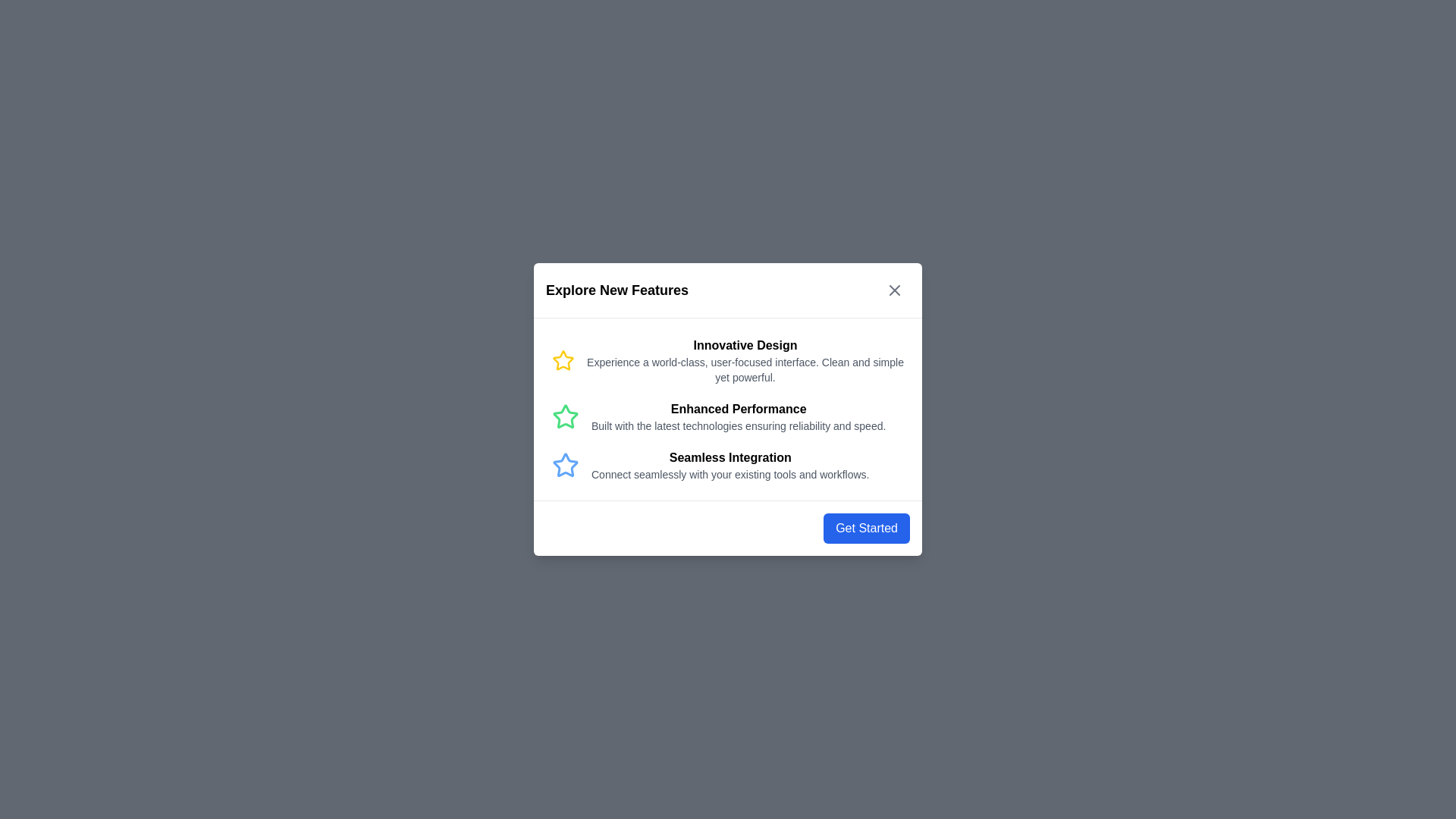  I want to click on the text label 'Innovative Design' styled in bold black font within the dialog box titled 'Explore New Features', so click(745, 345).